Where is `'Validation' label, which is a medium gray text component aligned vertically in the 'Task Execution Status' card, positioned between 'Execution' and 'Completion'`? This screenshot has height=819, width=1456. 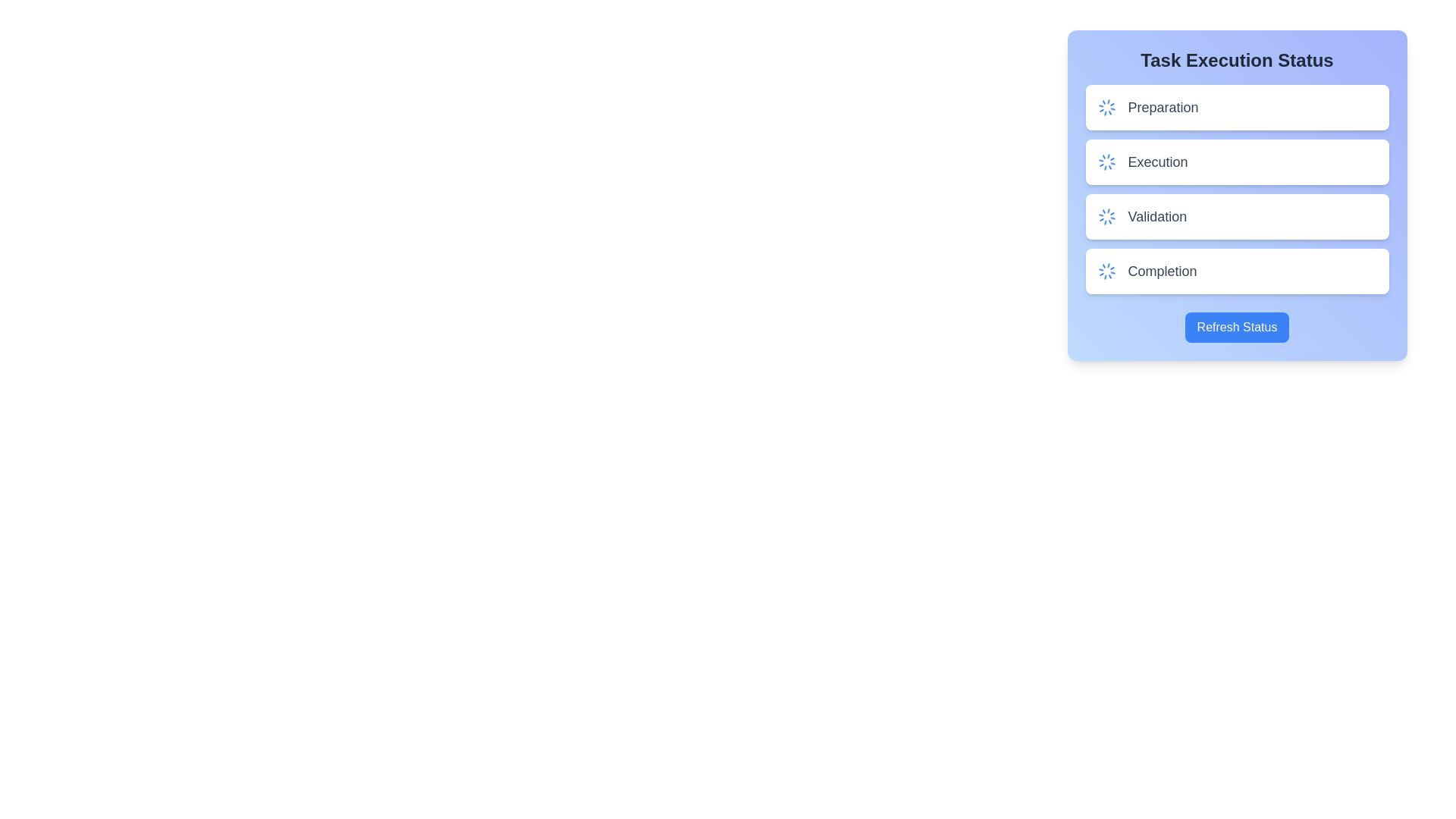 'Validation' label, which is a medium gray text component aligned vertically in the 'Task Execution Status' card, positioned between 'Execution' and 'Completion' is located at coordinates (1156, 216).